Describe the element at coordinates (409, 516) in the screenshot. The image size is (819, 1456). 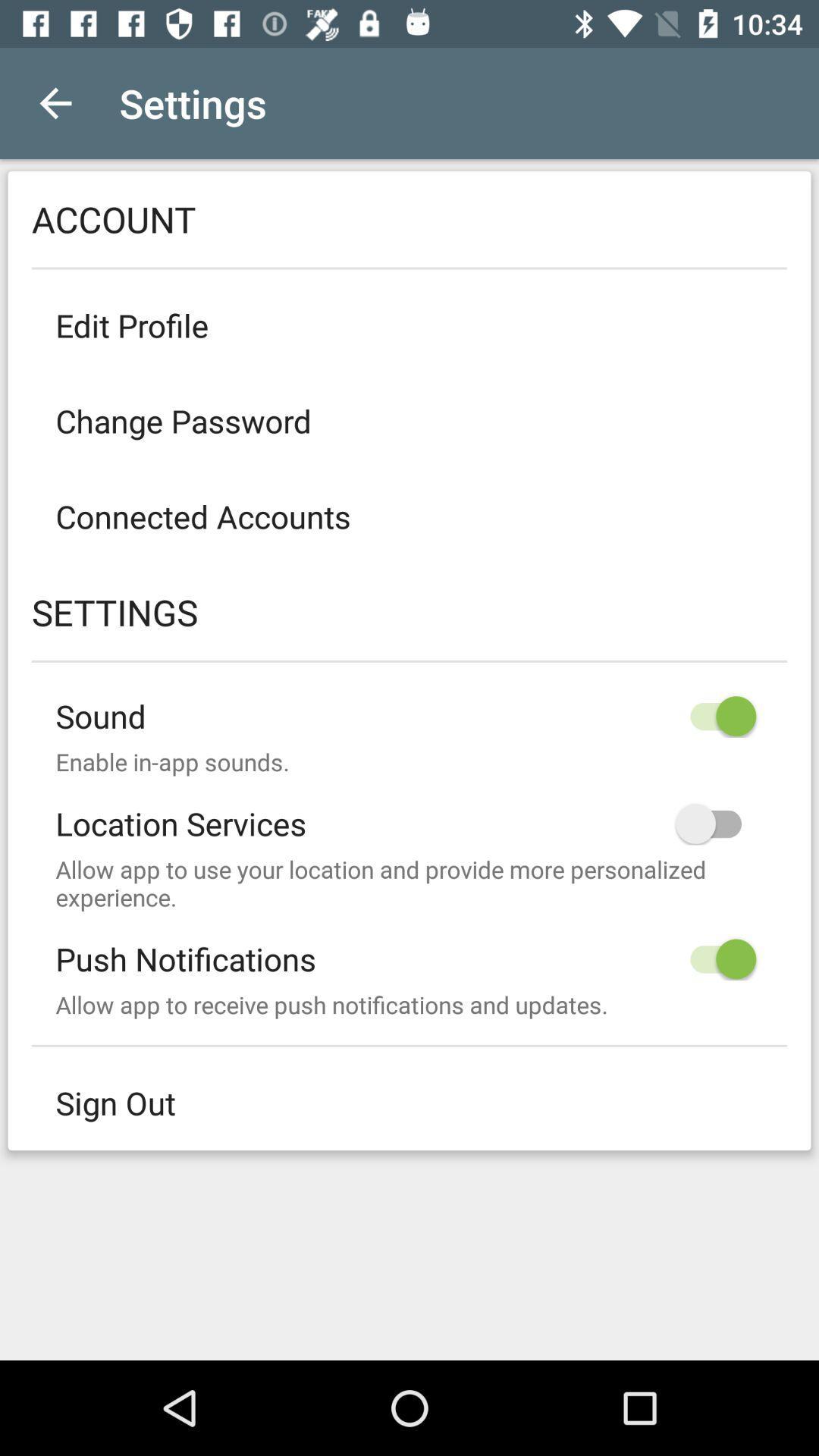
I see `the connected accounts item` at that location.